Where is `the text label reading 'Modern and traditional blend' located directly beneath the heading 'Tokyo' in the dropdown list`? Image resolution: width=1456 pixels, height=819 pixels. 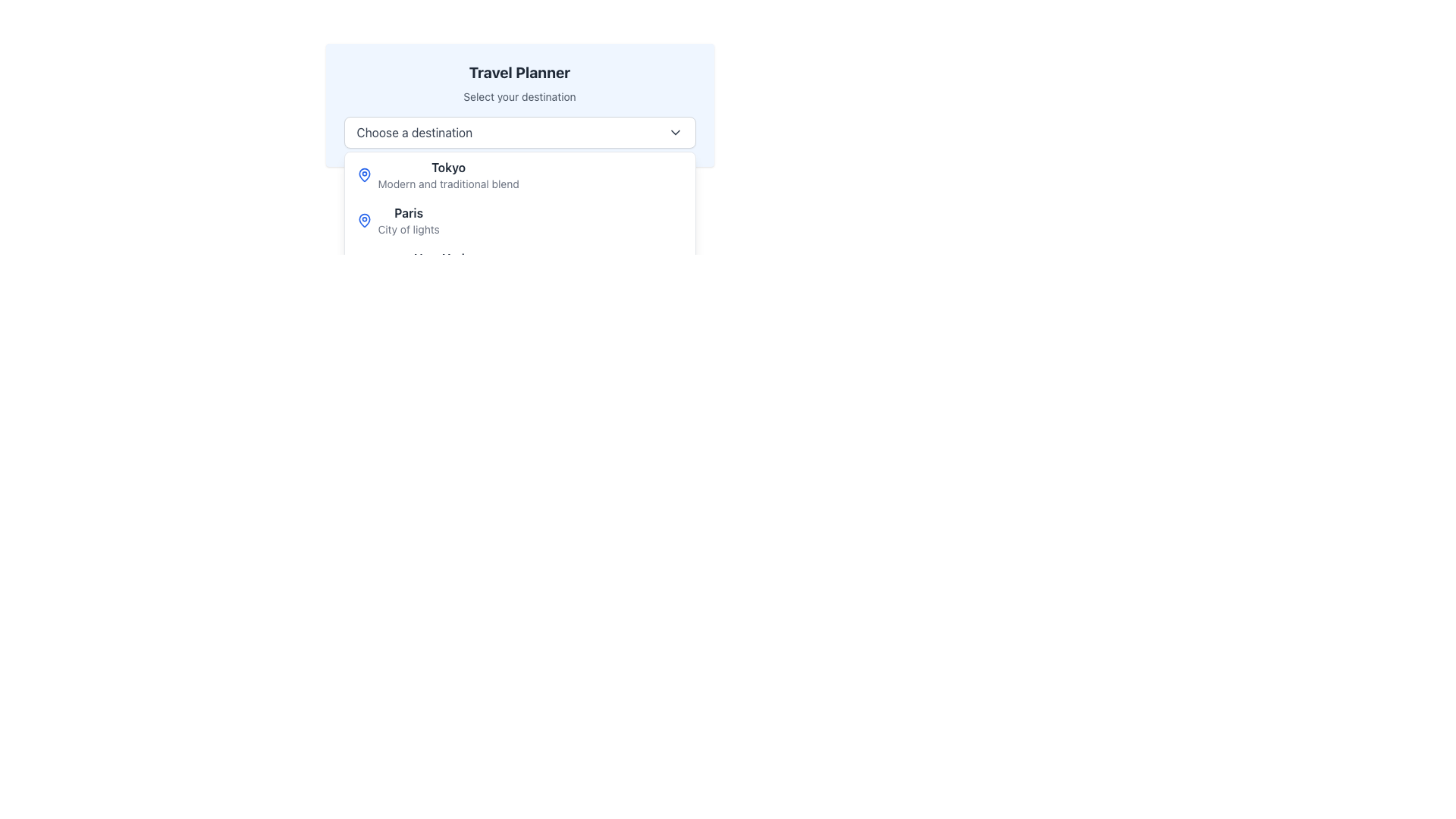 the text label reading 'Modern and traditional blend' located directly beneath the heading 'Tokyo' in the dropdown list is located at coordinates (447, 184).